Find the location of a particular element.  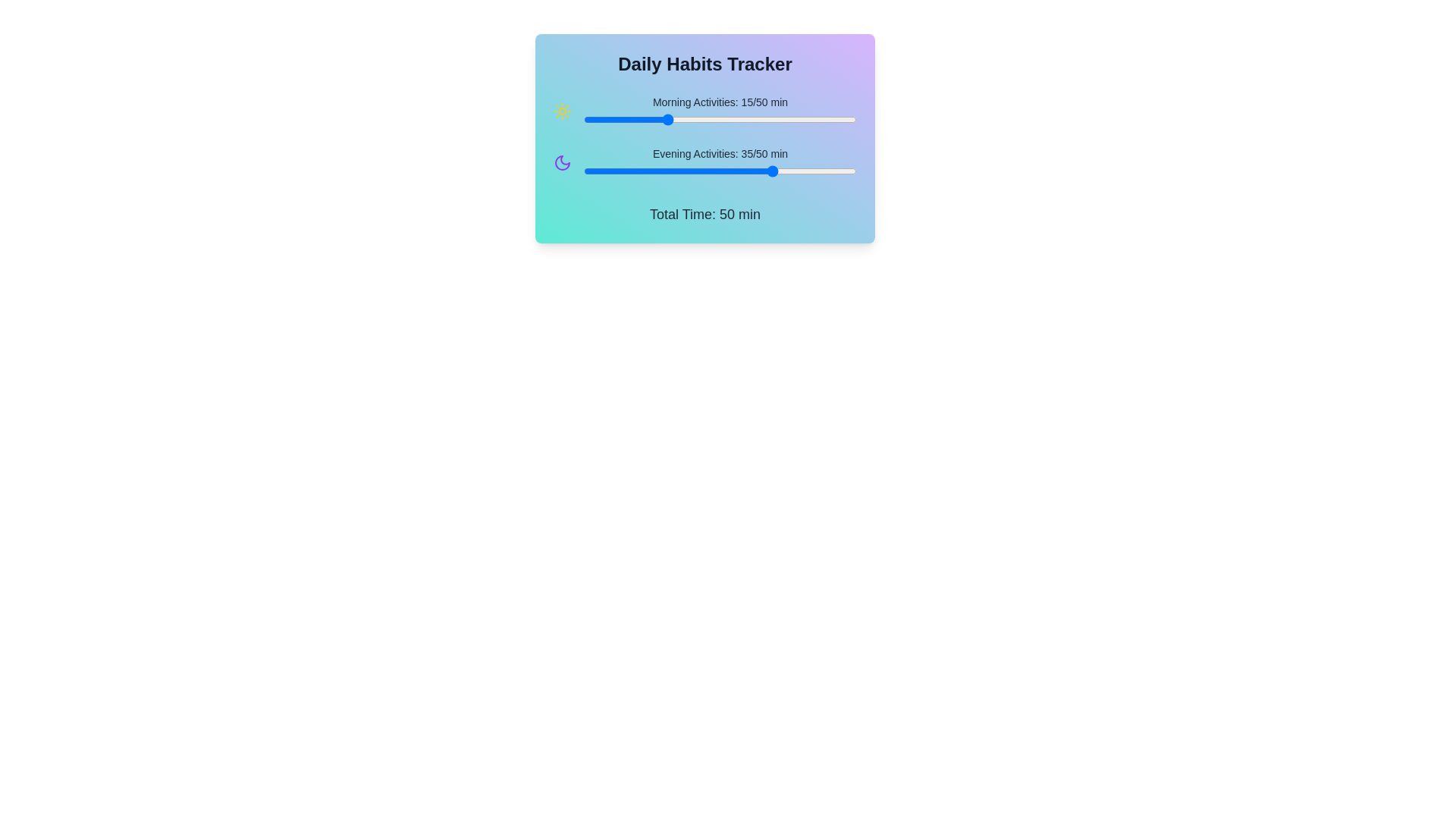

the knob of the horizontal slider widget, located below 'Morning Activities: 15/50 min' is located at coordinates (720, 119).